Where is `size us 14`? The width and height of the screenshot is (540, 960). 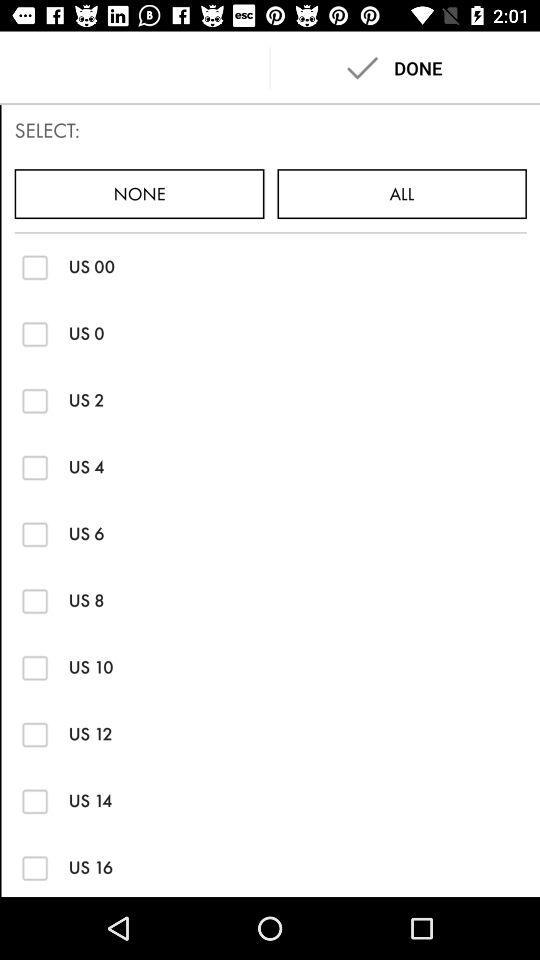 size us 14 is located at coordinates (35, 801).